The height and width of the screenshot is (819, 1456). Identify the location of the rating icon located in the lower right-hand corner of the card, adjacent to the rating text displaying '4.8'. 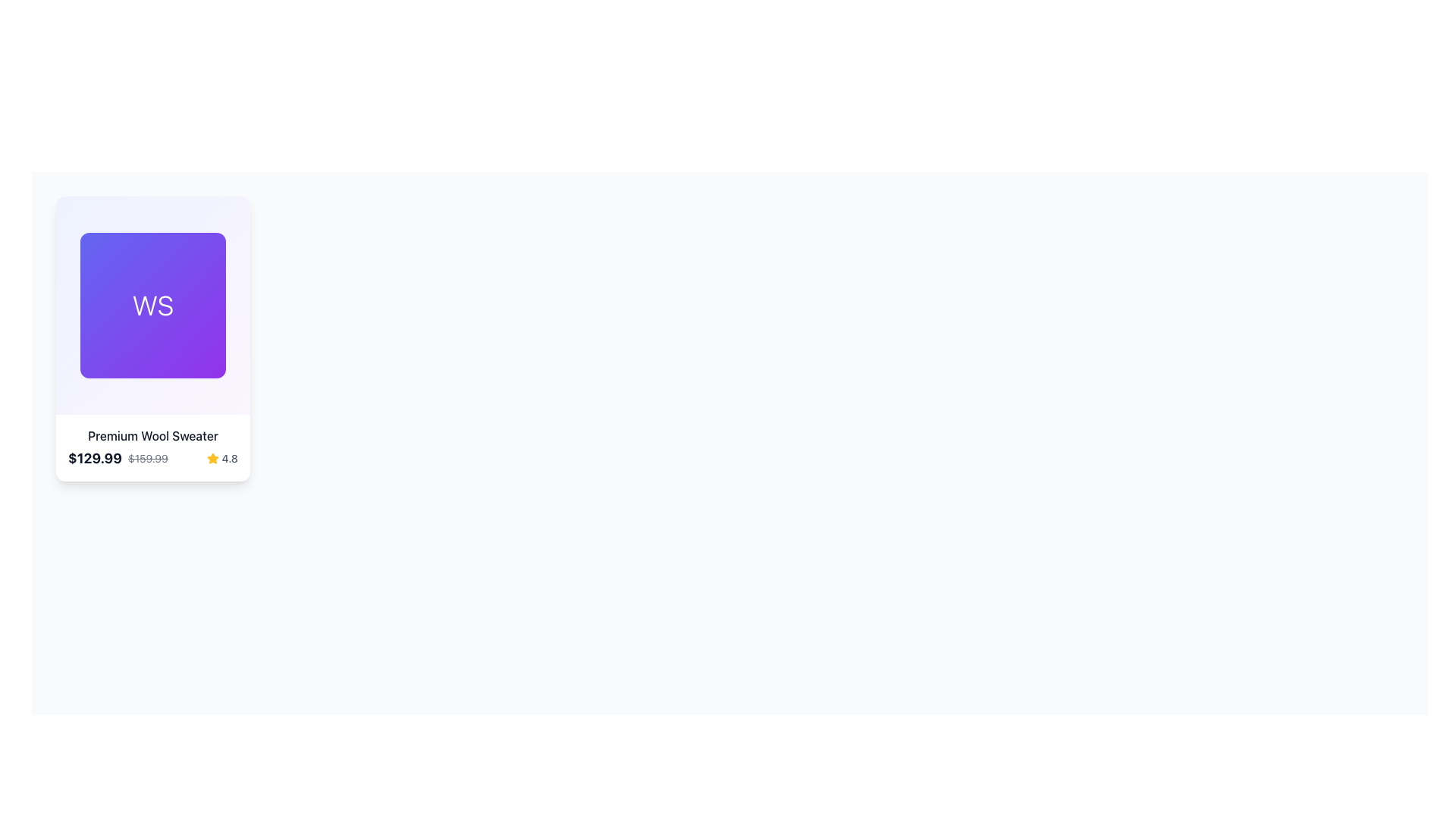
(212, 458).